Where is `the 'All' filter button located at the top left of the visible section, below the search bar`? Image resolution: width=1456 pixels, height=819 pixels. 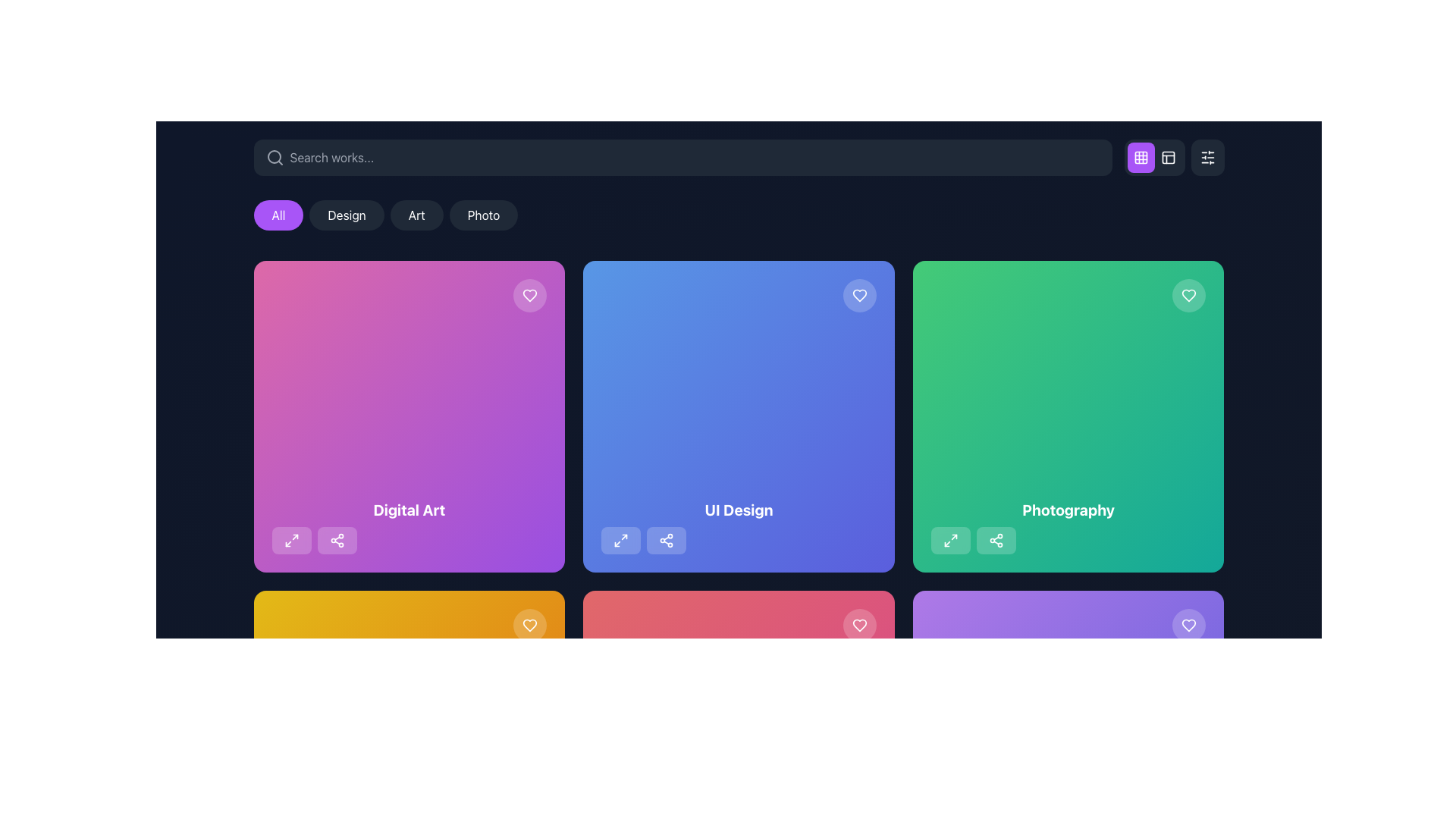
the 'All' filter button located at the top left of the visible section, below the search bar is located at coordinates (278, 215).